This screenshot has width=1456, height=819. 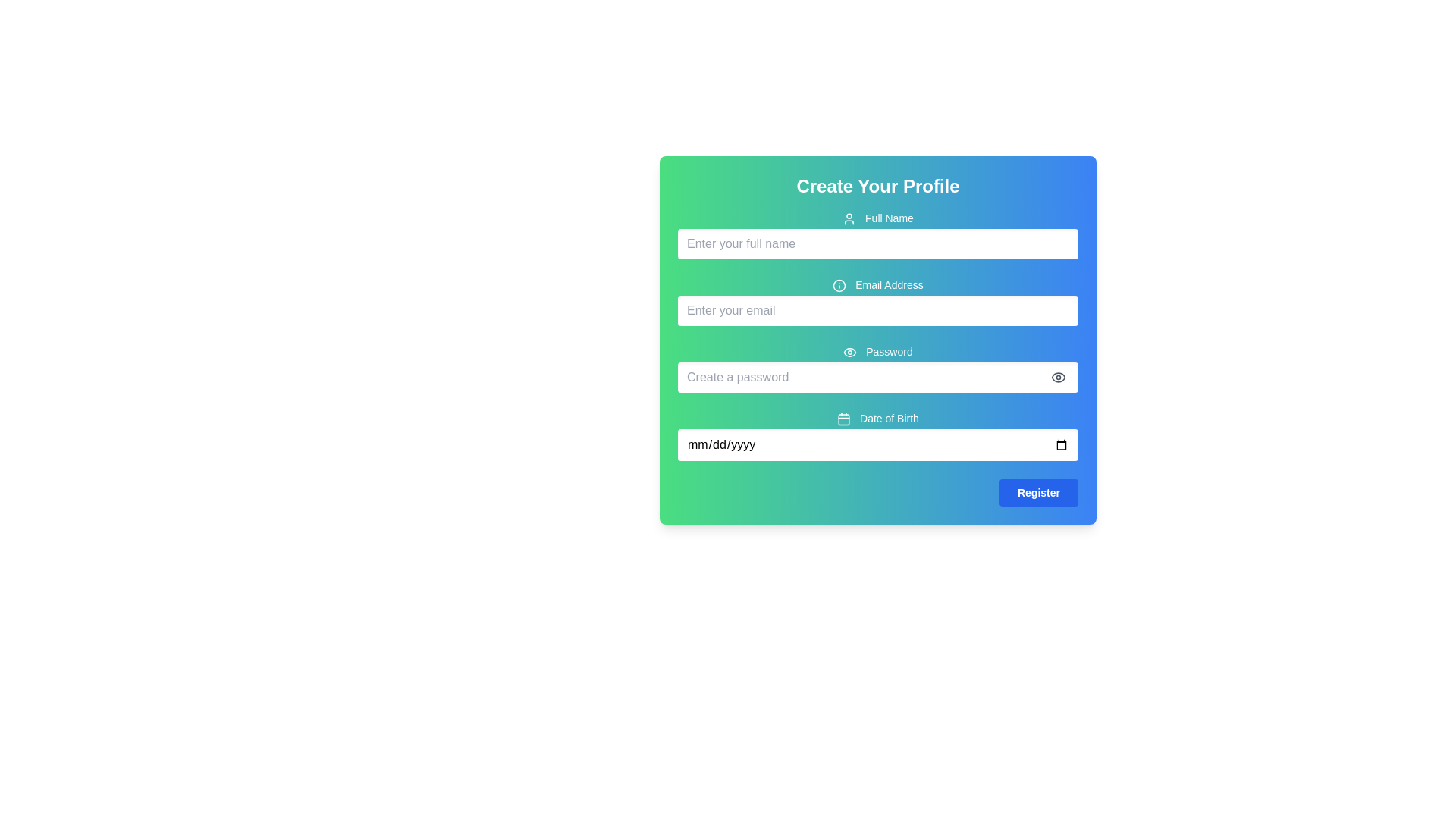 What do you see at coordinates (1037, 493) in the screenshot?
I see `the submission button located at the bottom-right corner of the form` at bounding box center [1037, 493].